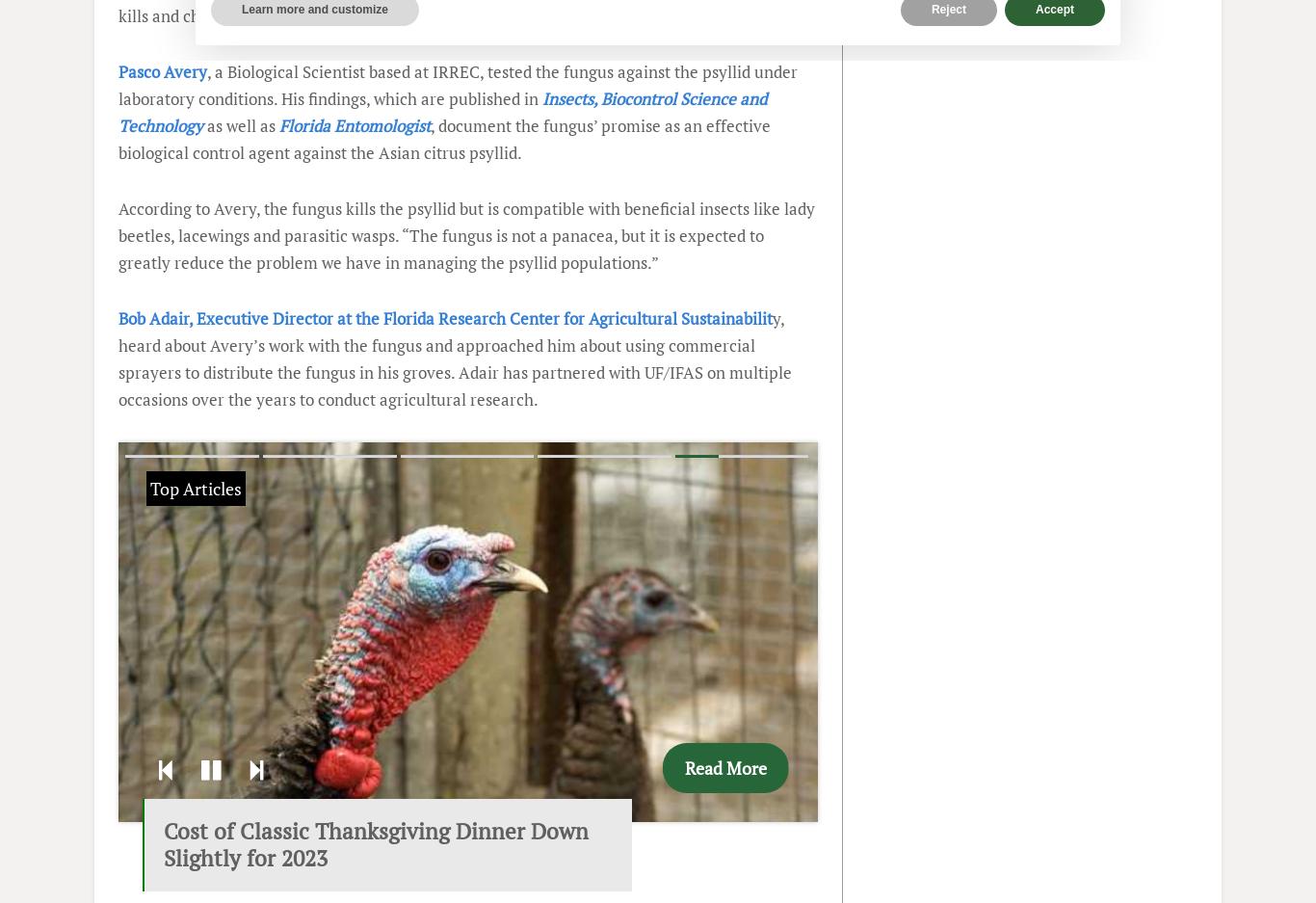  What do you see at coordinates (445, 318) in the screenshot?
I see `'Bob Adair, Executive Director at the Florida Research Center for Agricultural Sustainabilit'` at bounding box center [445, 318].